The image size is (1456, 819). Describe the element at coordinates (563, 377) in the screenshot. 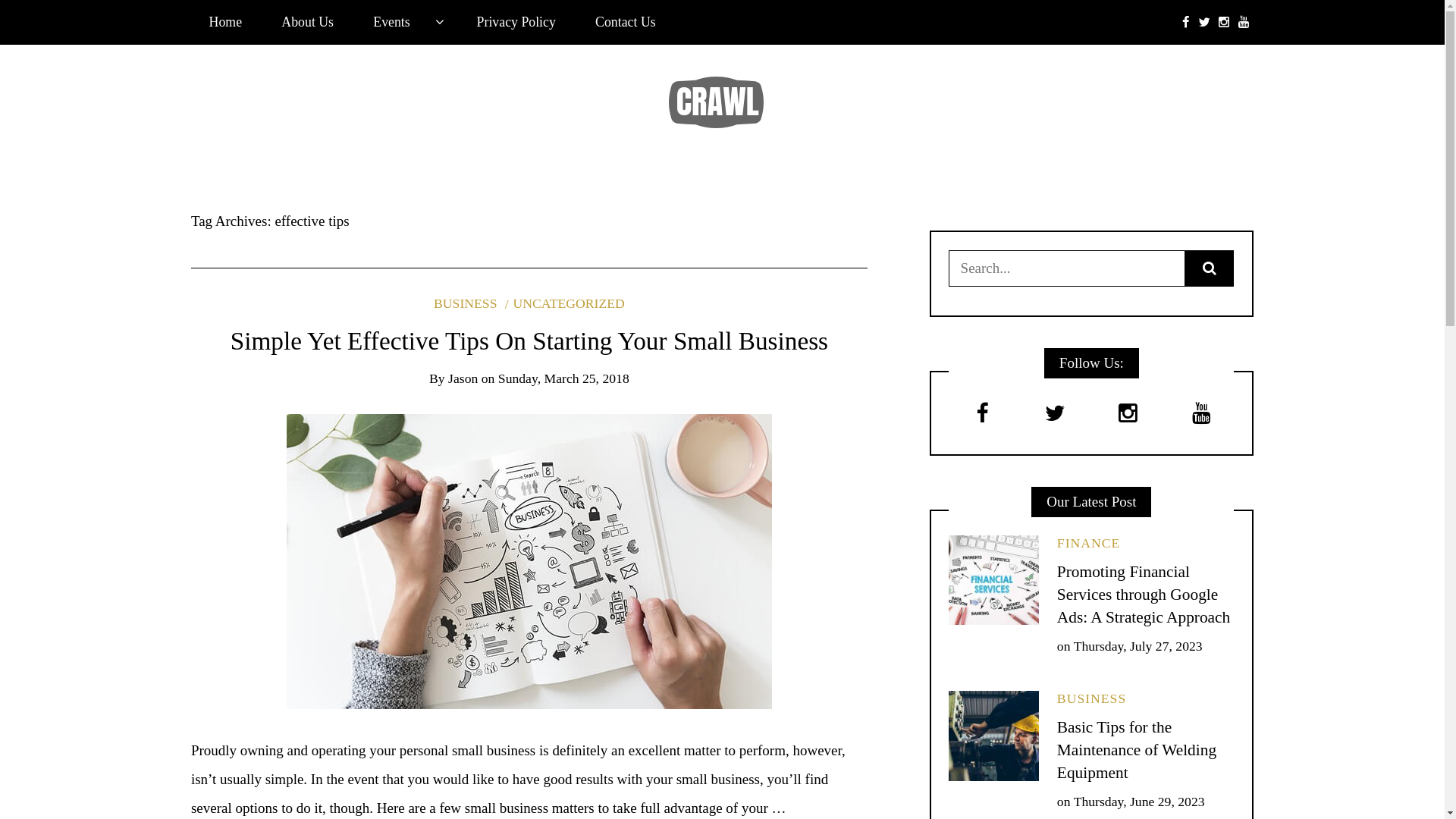

I see `'Sunday, March 25, 2018'` at that location.